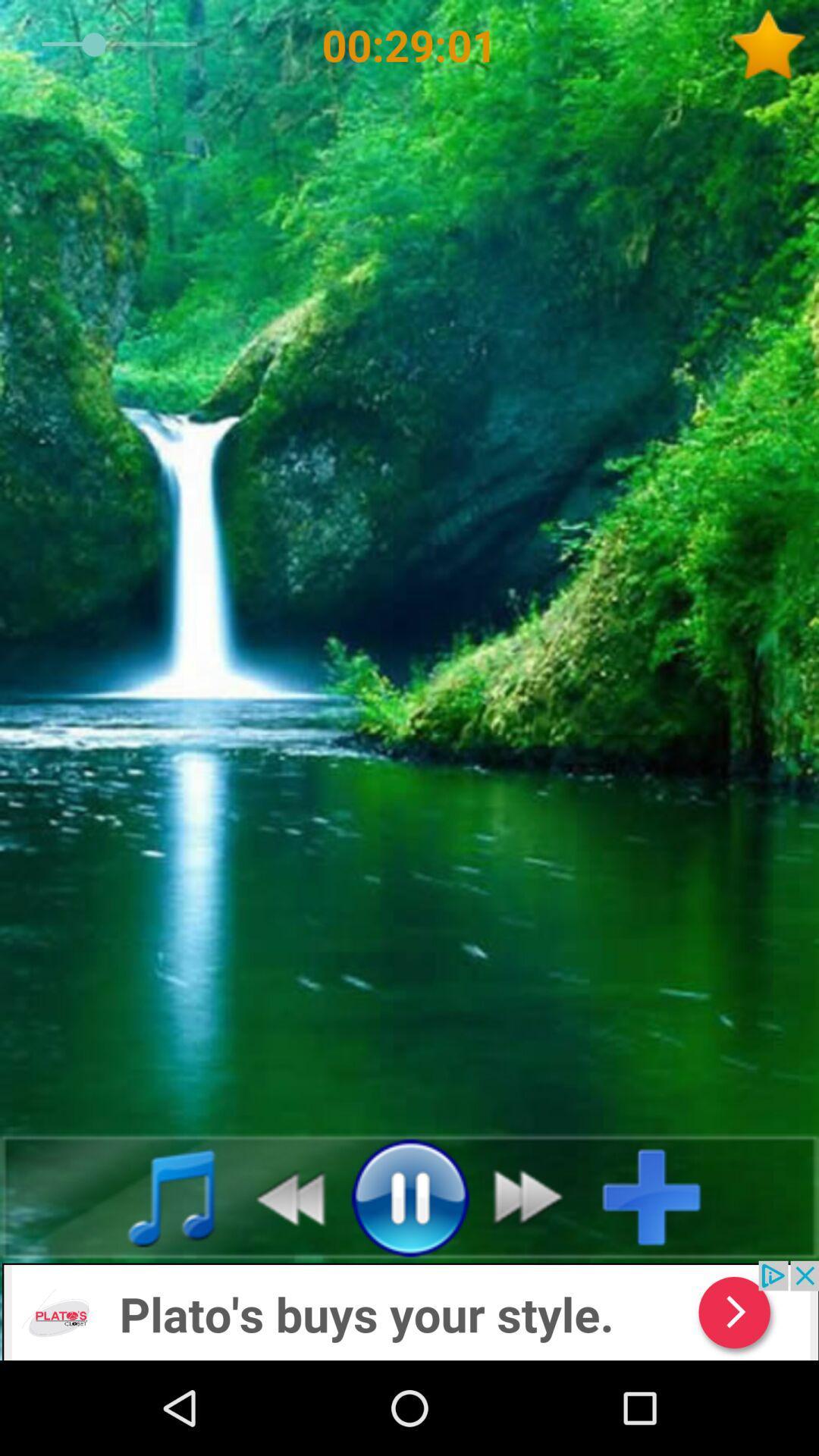  Describe the element at coordinates (536, 1196) in the screenshot. I see `next` at that location.